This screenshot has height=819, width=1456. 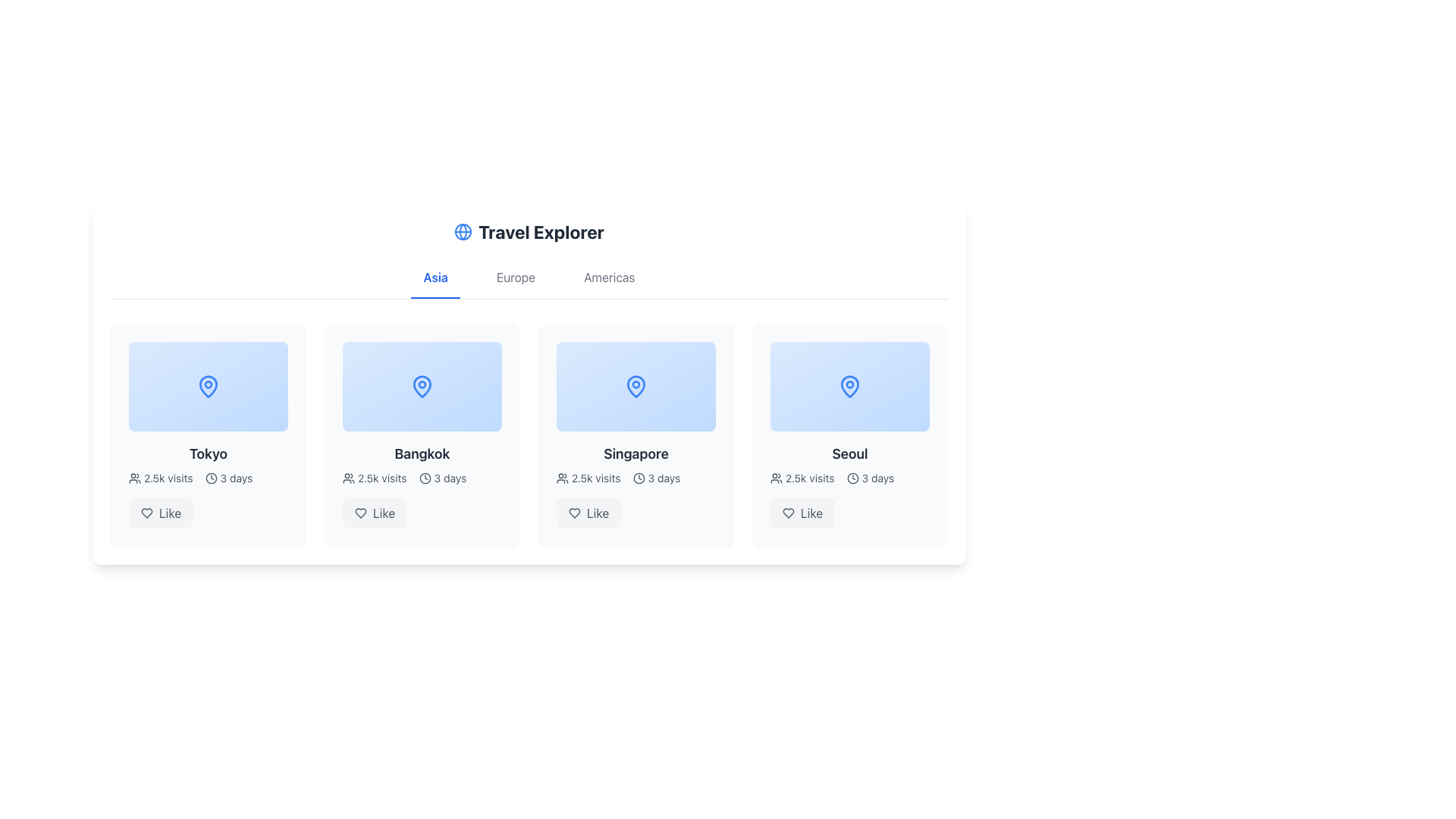 What do you see at coordinates (463, 231) in the screenshot?
I see `the blue circular SVG graphical element that is part of the globe icon next to the 'Travel Explorer' title` at bounding box center [463, 231].